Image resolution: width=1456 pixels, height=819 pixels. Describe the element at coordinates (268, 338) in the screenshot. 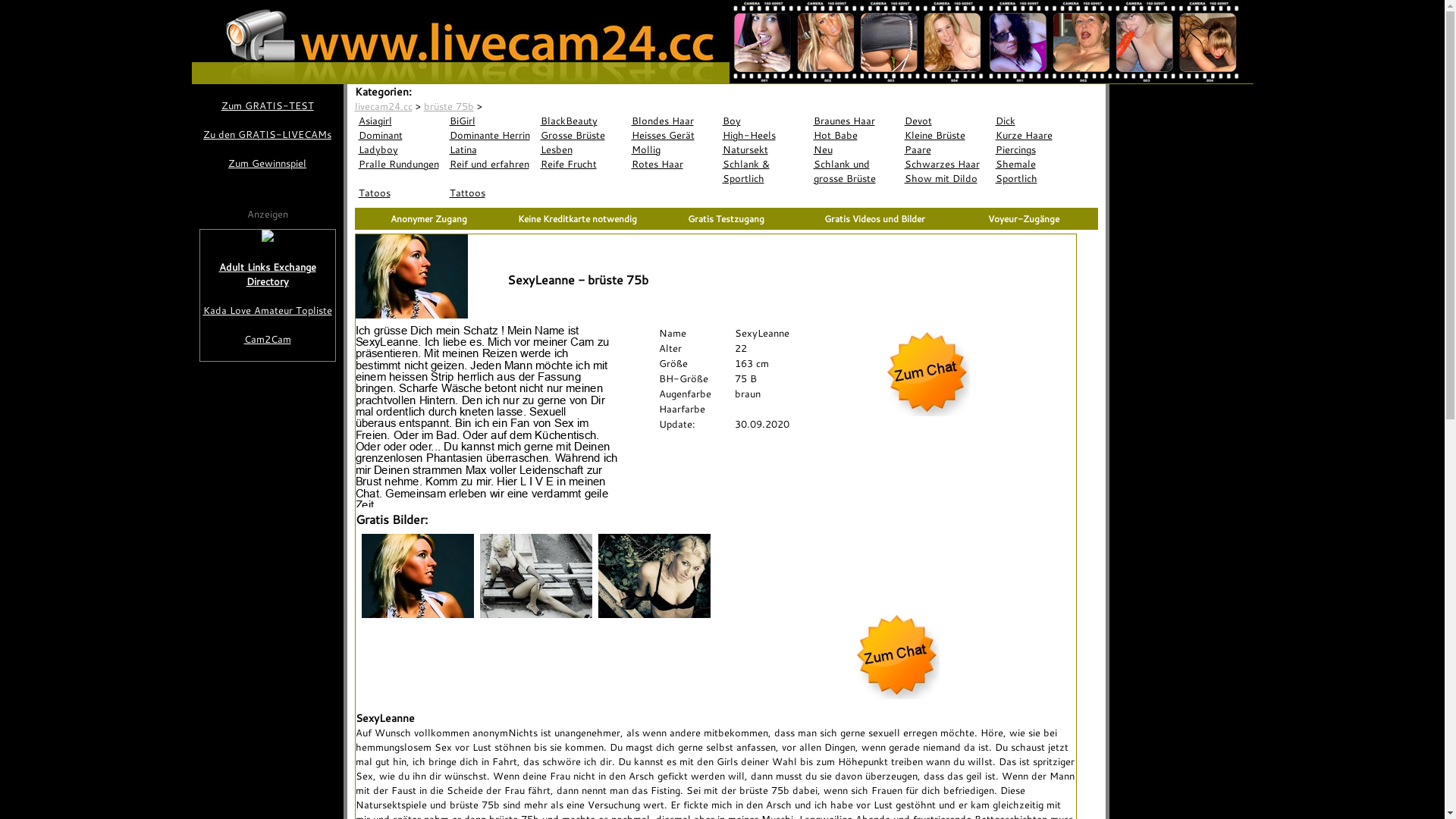

I see `'Cam2Cam'` at that location.